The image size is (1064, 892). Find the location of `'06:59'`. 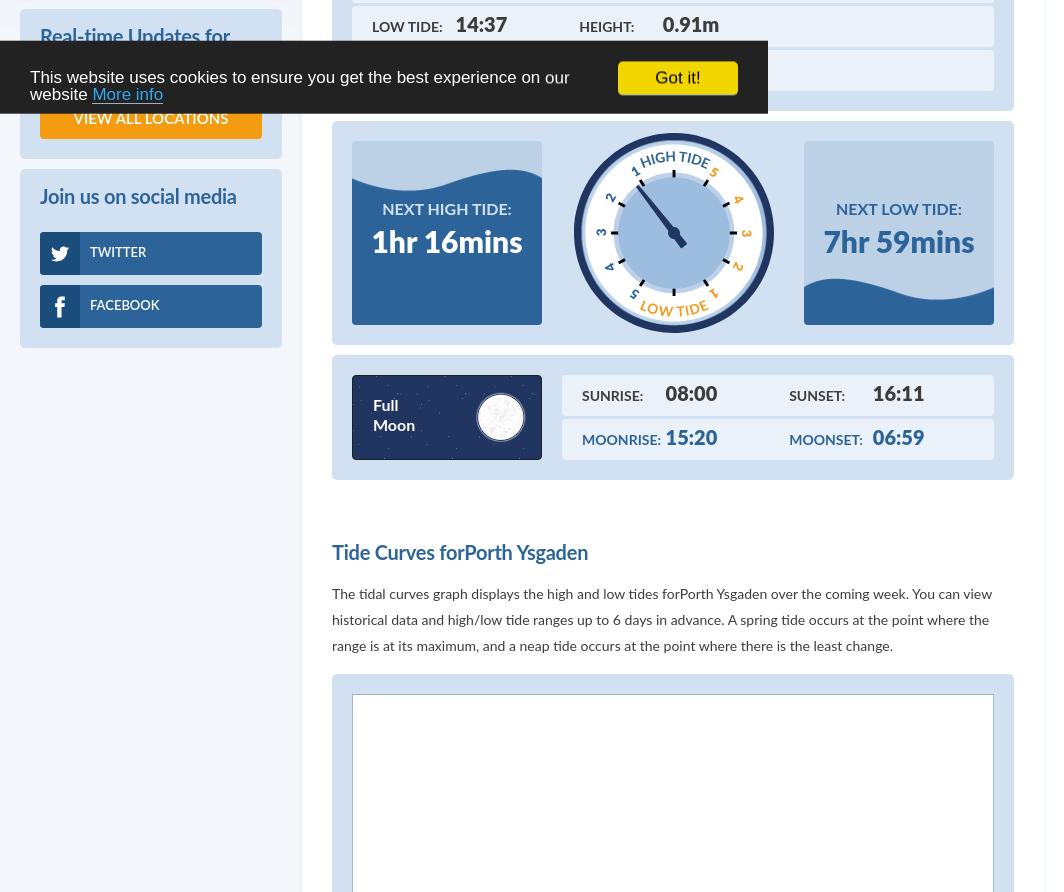

'06:59' is located at coordinates (898, 436).